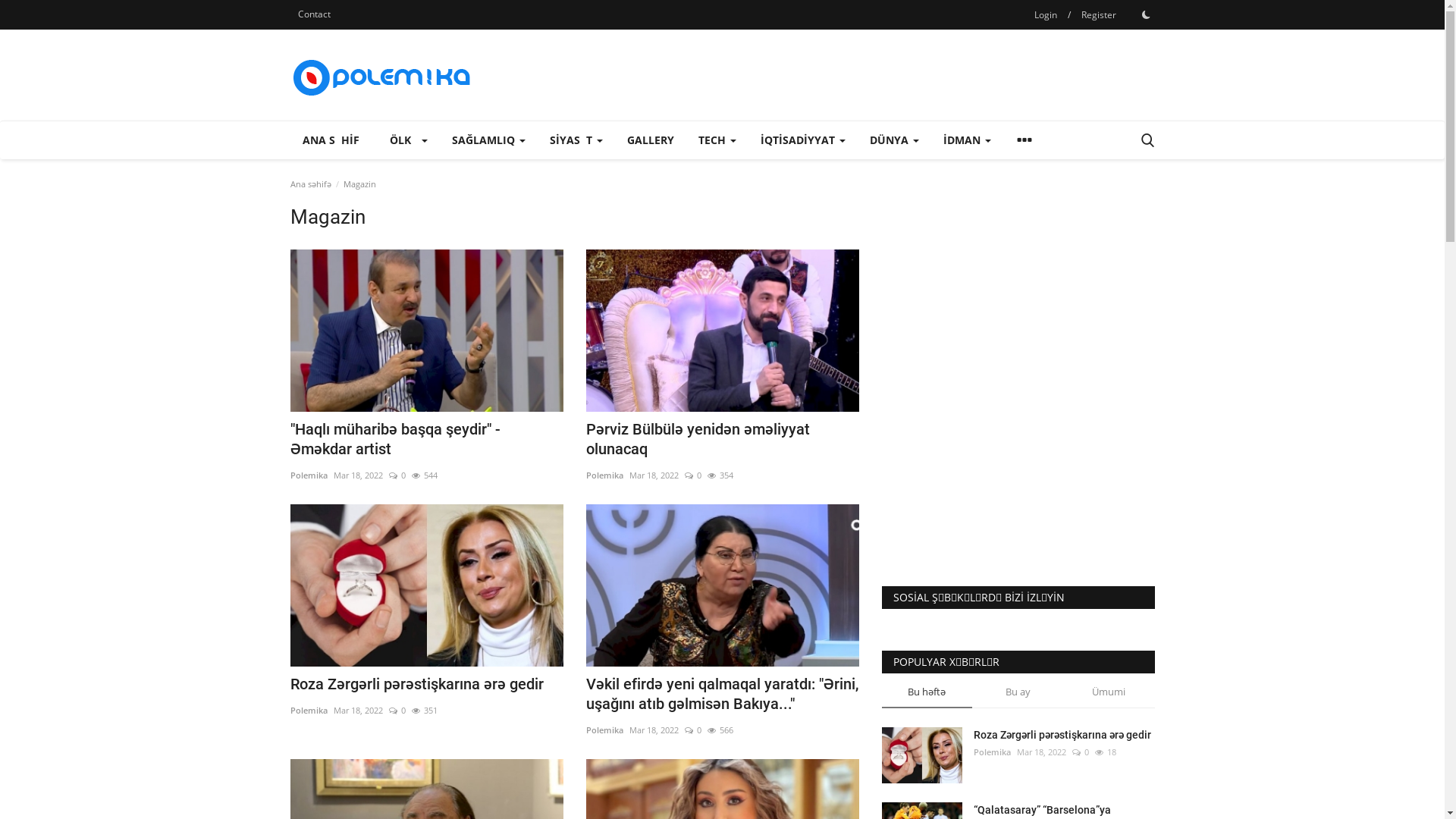  Describe the element at coordinates (1044, 14) in the screenshot. I see `'Login'` at that location.